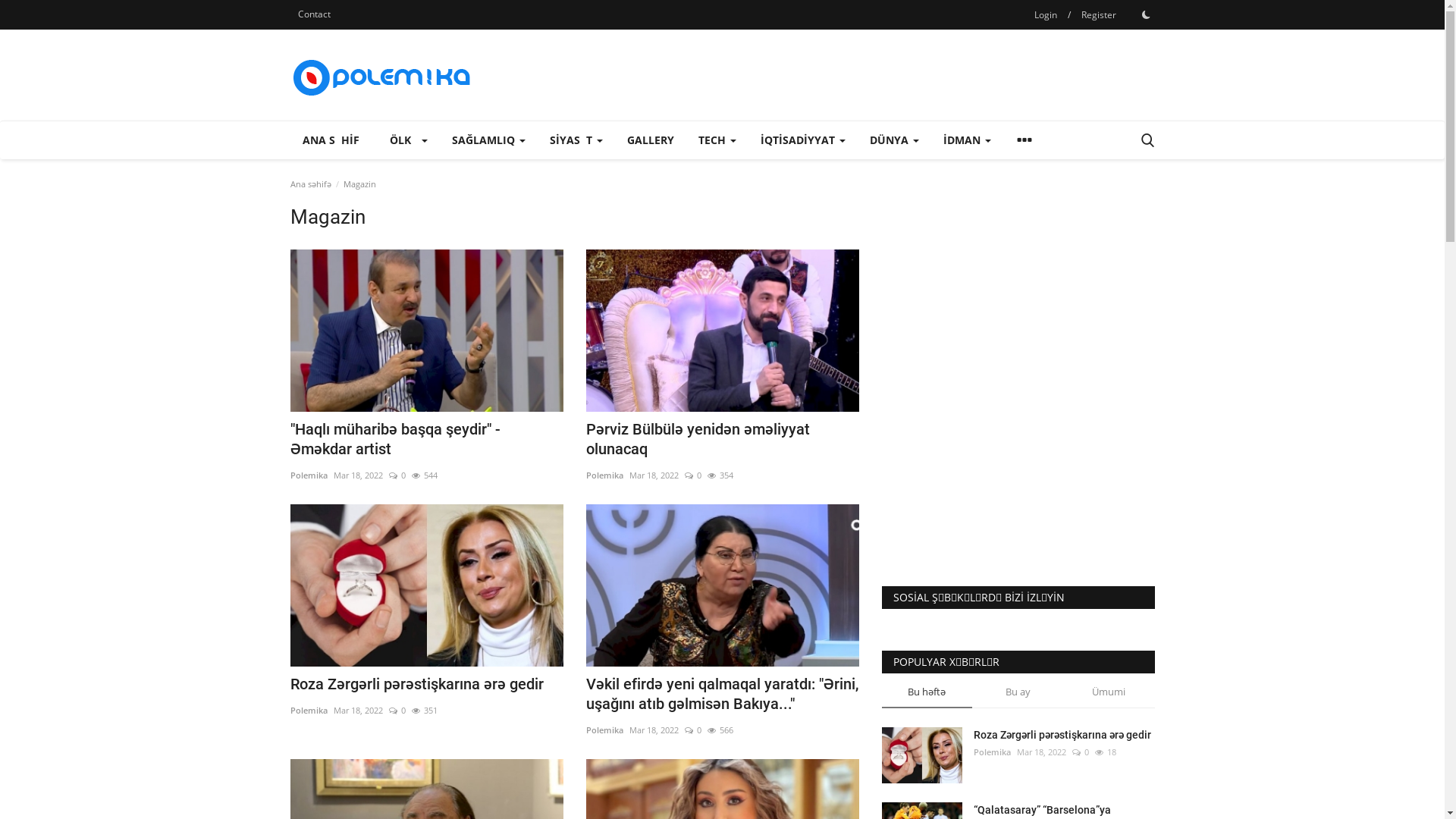  Describe the element at coordinates (1044, 14) in the screenshot. I see `'Login'` at that location.